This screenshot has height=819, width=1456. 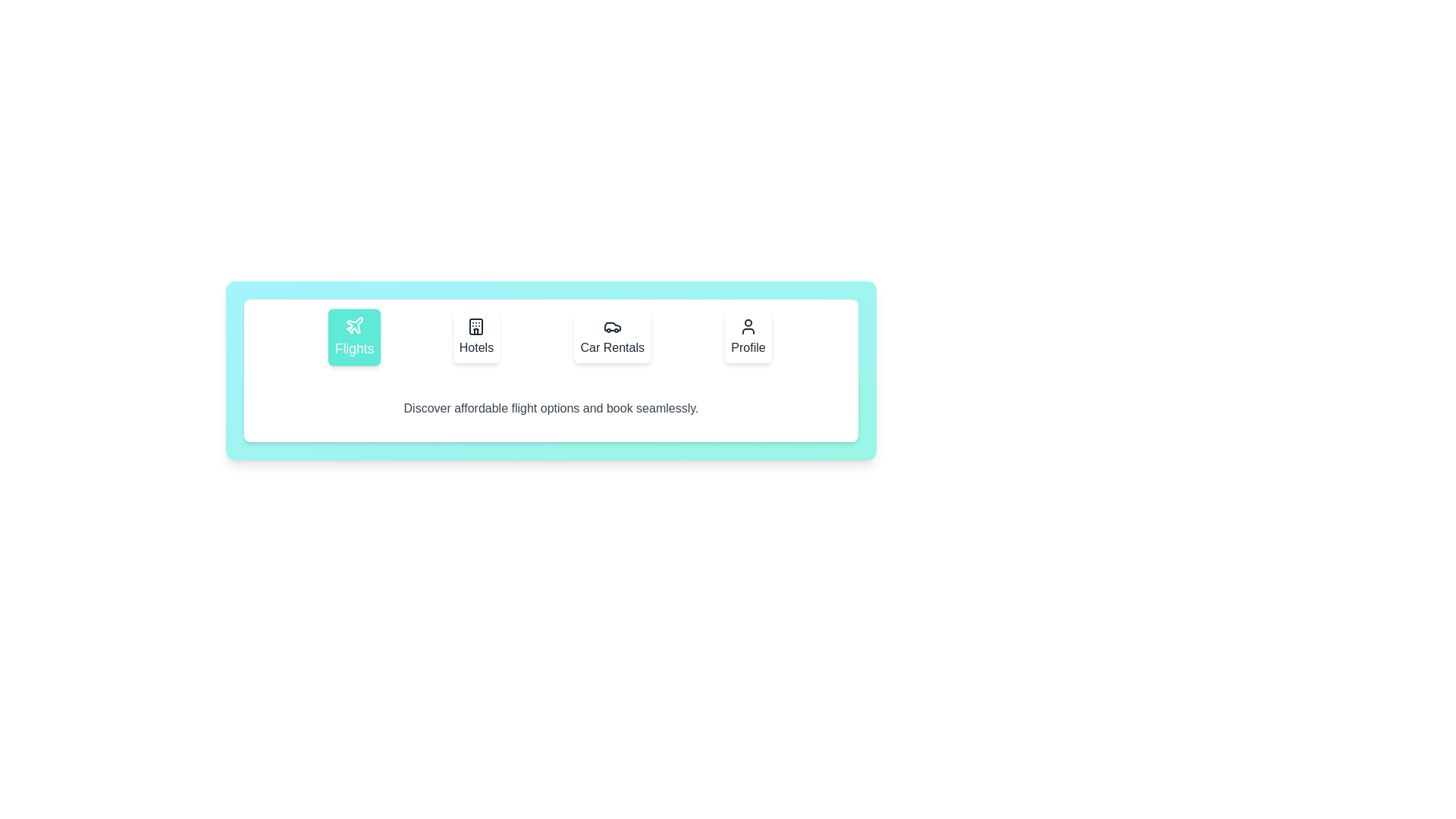 What do you see at coordinates (353, 336) in the screenshot?
I see `the Flights tab to view its content` at bounding box center [353, 336].